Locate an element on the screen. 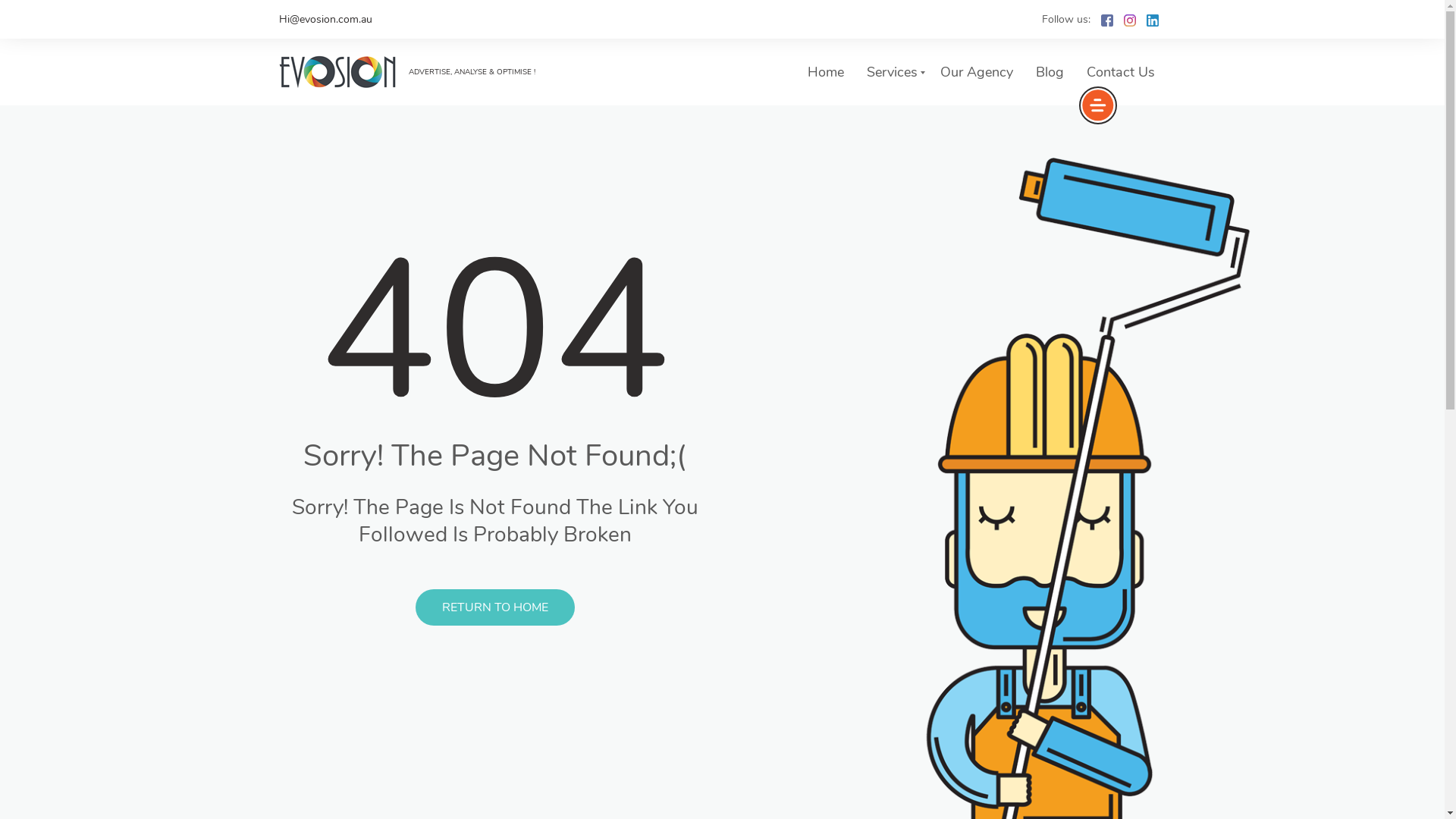 Image resolution: width=1456 pixels, height=819 pixels. 'Home' is located at coordinates (824, 72).